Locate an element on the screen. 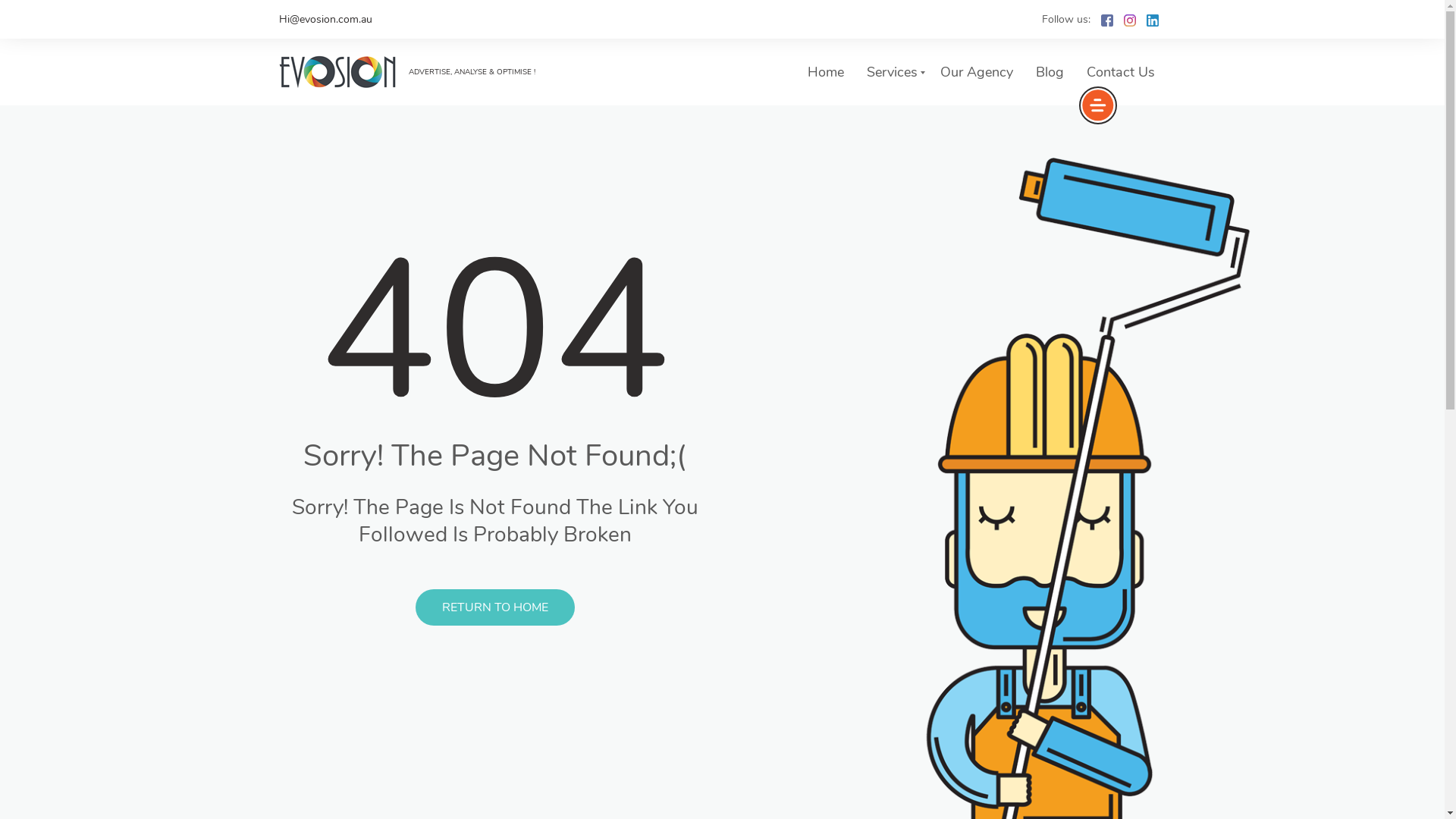 Image resolution: width=1456 pixels, height=819 pixels. 'Home' is located at coordinates (824, 72).